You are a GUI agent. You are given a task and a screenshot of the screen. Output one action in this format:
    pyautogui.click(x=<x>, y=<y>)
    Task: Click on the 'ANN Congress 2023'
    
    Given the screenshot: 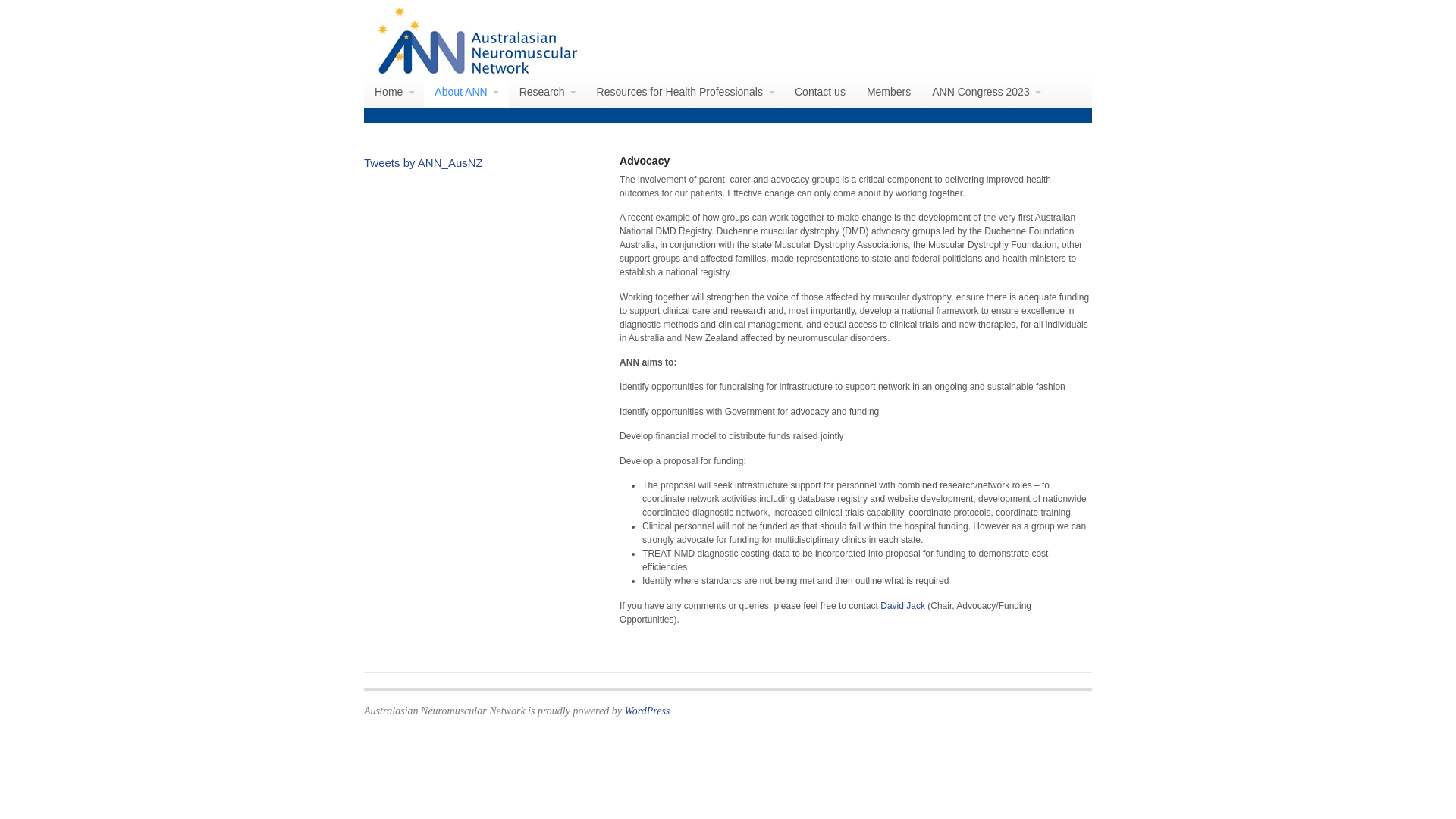 What is the action you would take?
    pyautogui.click(x=986, y=91)
    